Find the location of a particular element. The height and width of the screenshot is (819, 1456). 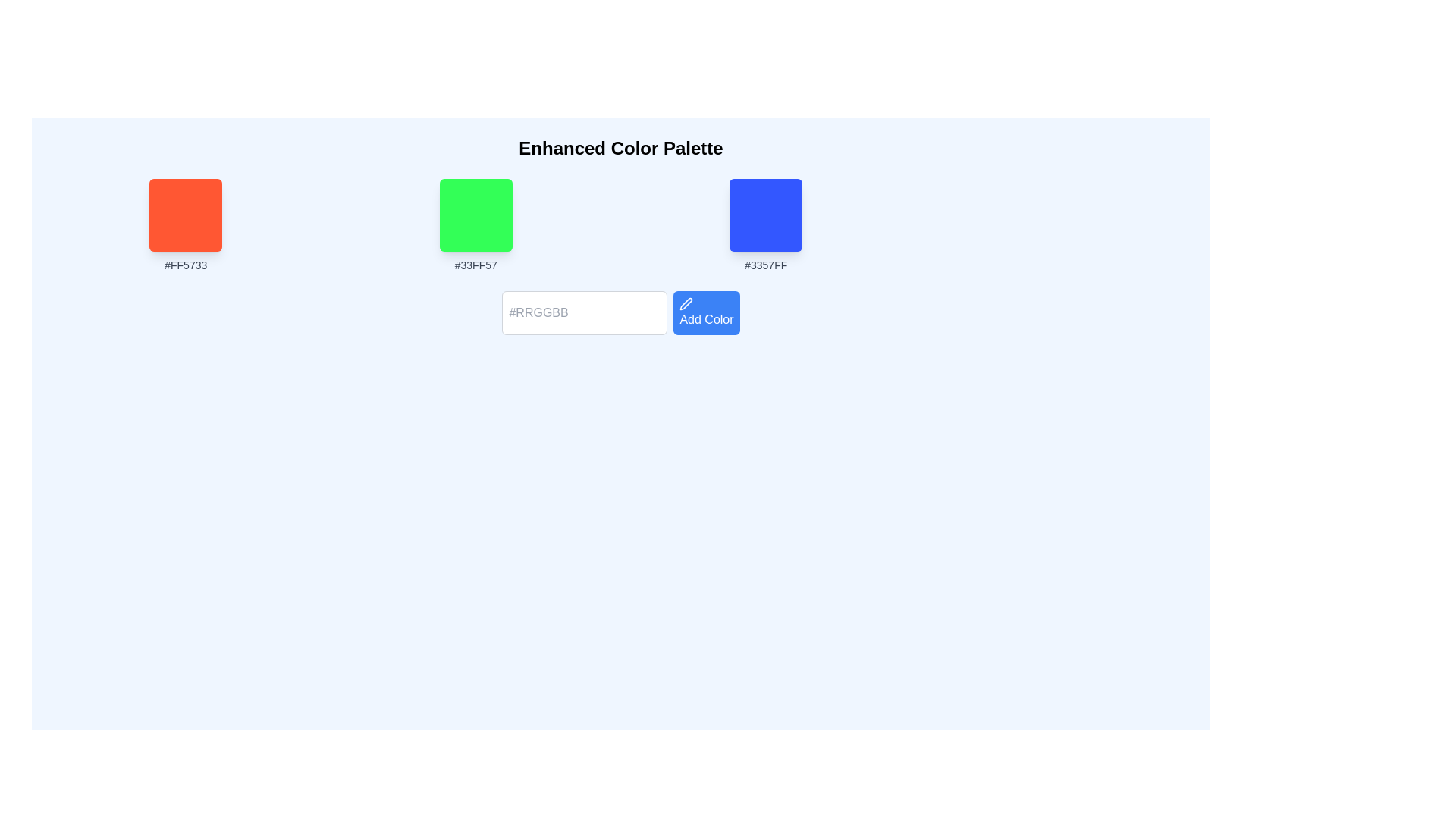

the bright green color swatch element (#33FF57) located between the red and blue squares is located at coordinates (475, 215).